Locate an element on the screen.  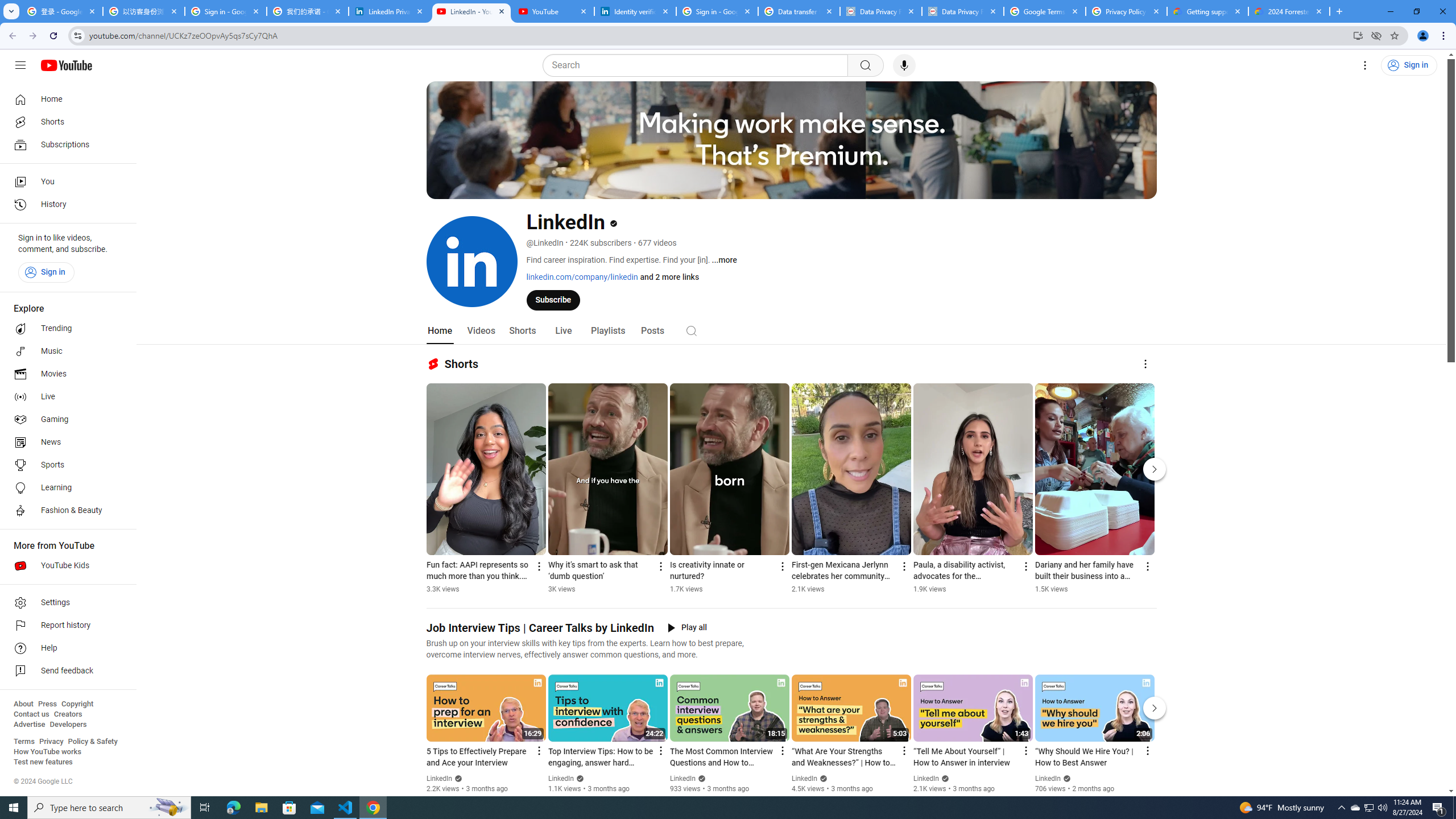
'Send feedback' is located at coordinates (64, 671).